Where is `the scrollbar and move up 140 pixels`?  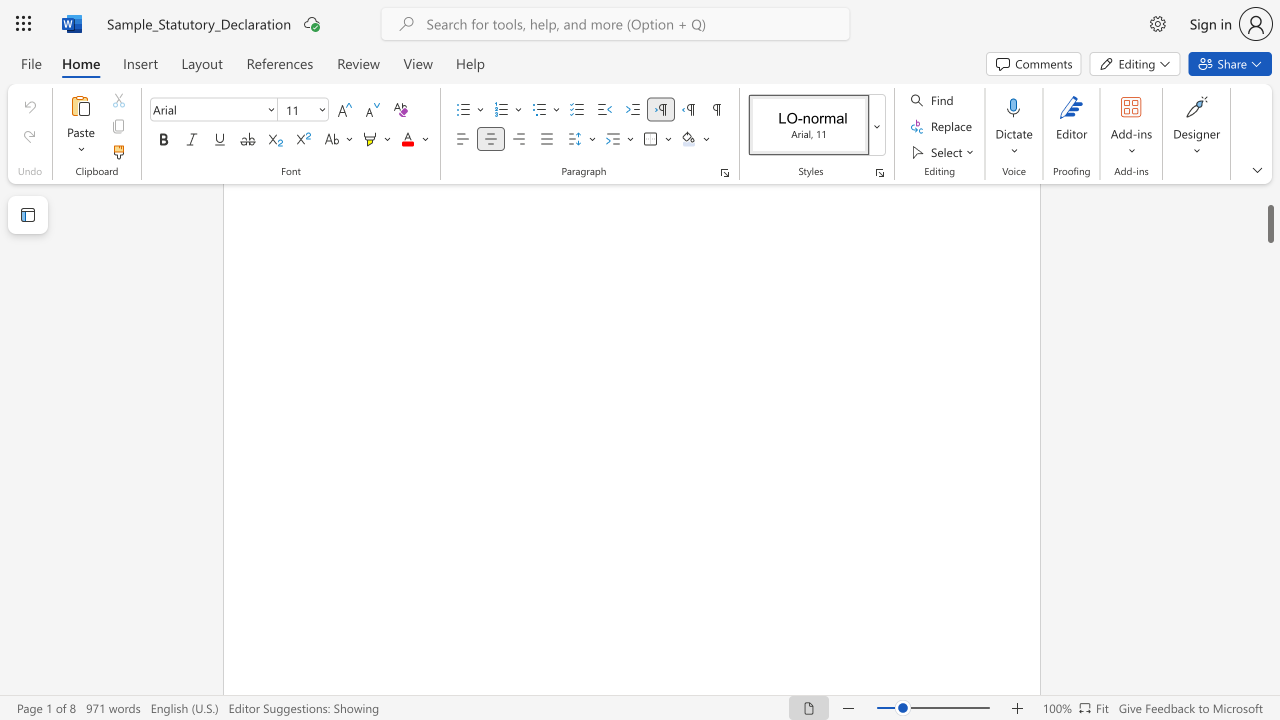
the scrollbar and move up 140 pixels is located at coordinates (1269, 214).